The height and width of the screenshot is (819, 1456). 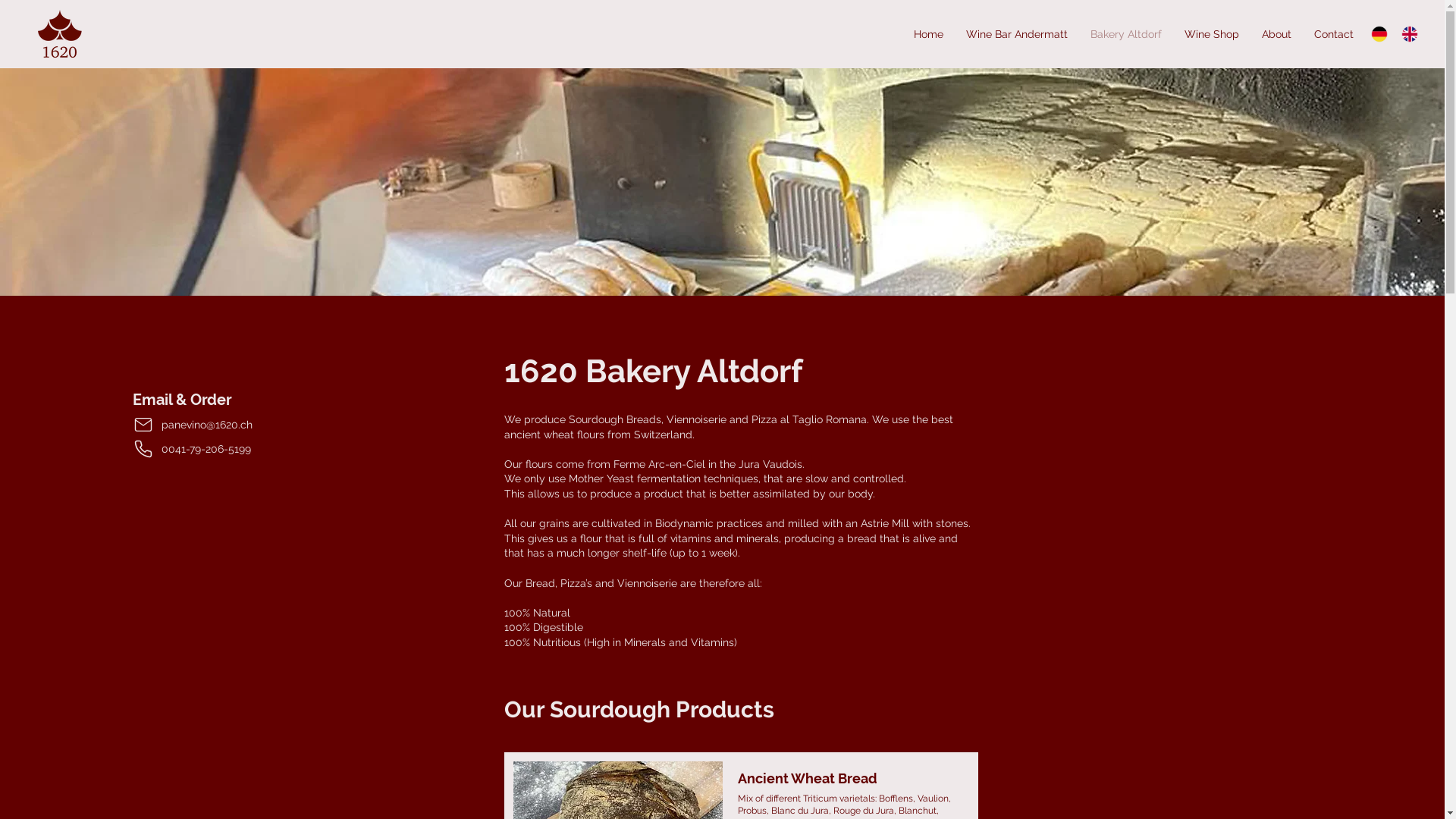 I want to click on '0041-79-206-5199', so click(x=210, y=447).